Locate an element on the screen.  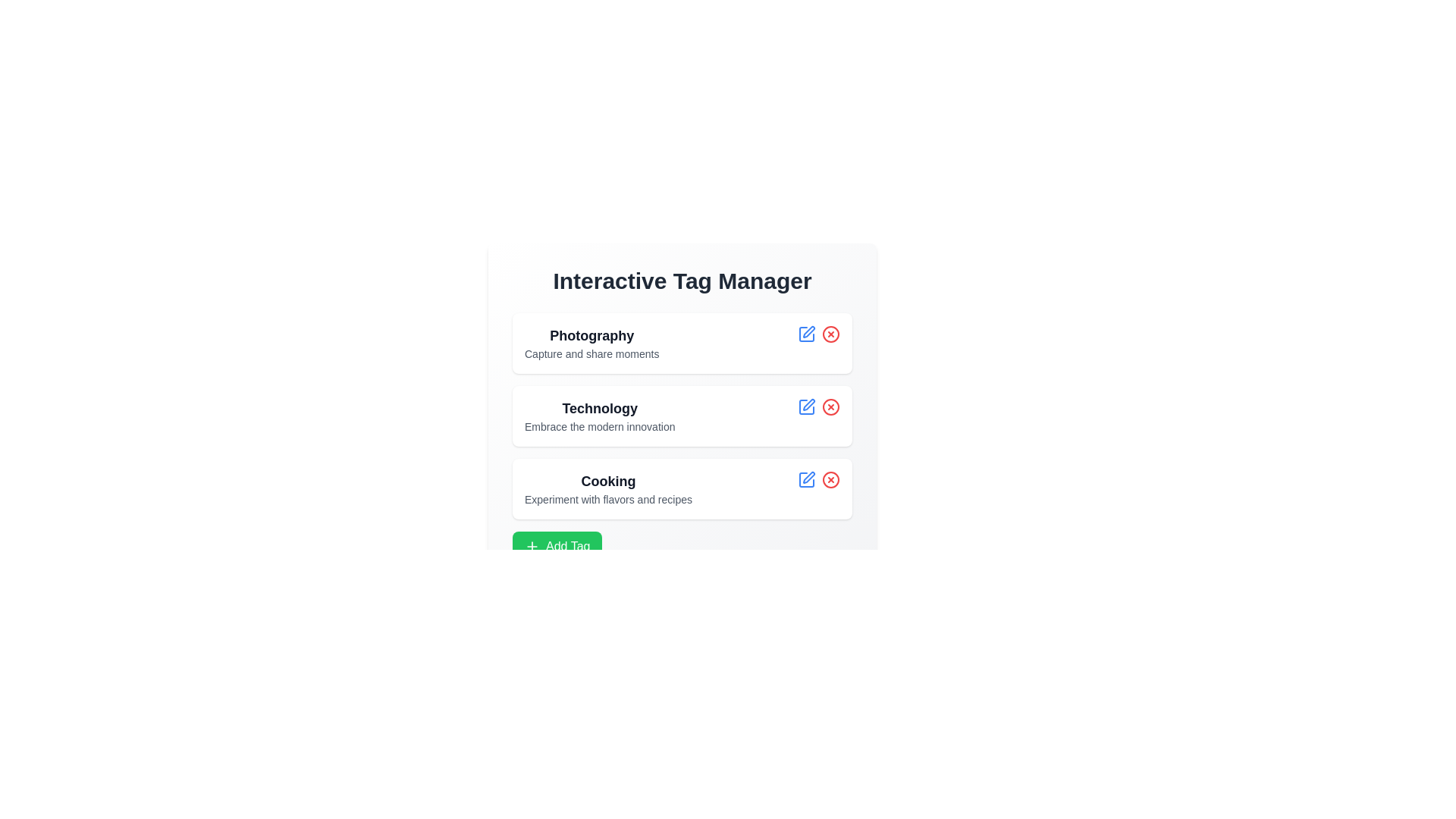
the text label displaying 'Capture and share moments' located directly beneath the 'Photography' heading is located at coordinates (591, 353).